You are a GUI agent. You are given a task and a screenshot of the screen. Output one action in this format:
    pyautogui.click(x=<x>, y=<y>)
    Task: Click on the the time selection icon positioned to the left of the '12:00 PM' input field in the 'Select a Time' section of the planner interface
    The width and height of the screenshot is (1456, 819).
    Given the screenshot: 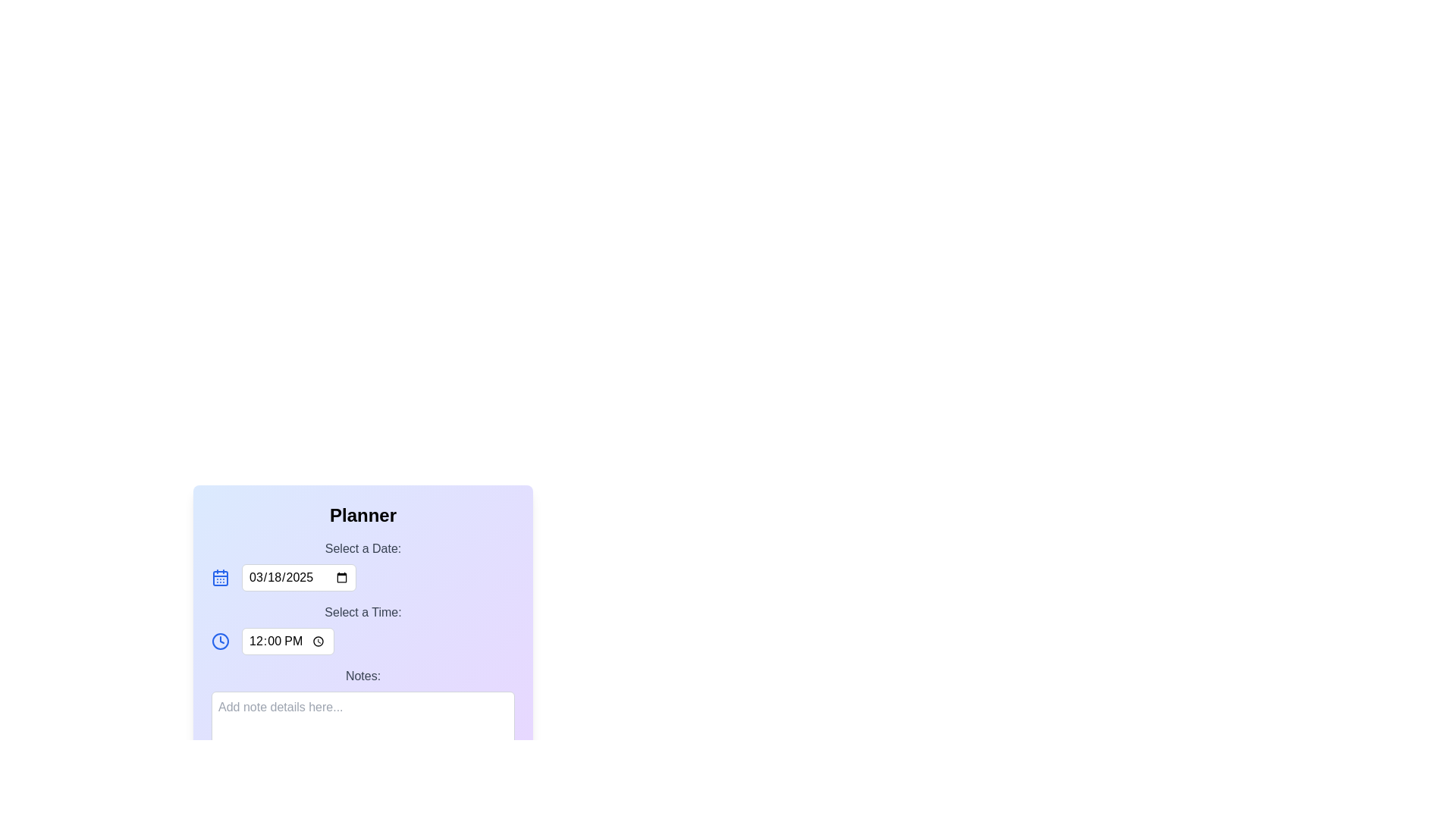 What is the action you would take?
    pyautogui.click(x=220, y=641)
    